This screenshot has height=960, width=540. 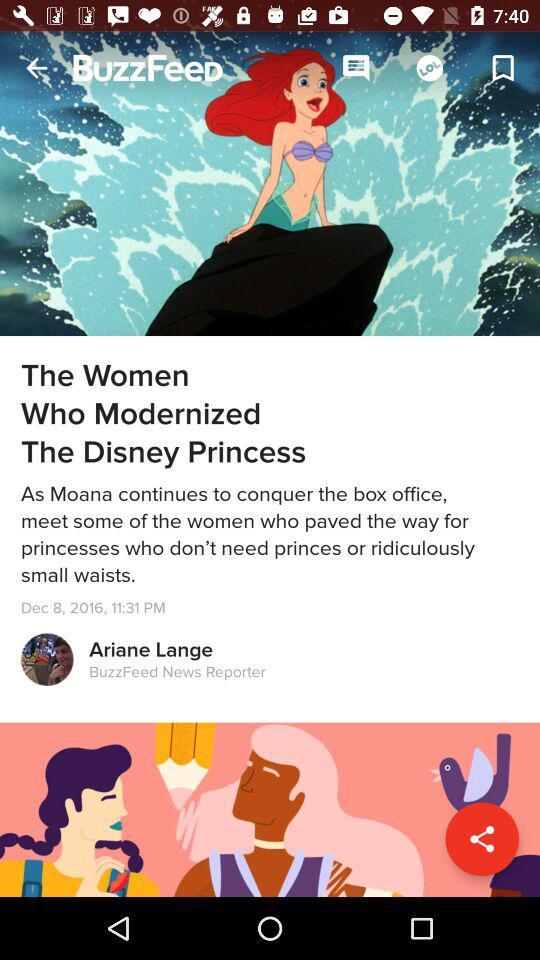 I want to click on the share icon, so click(x=481, y=839).